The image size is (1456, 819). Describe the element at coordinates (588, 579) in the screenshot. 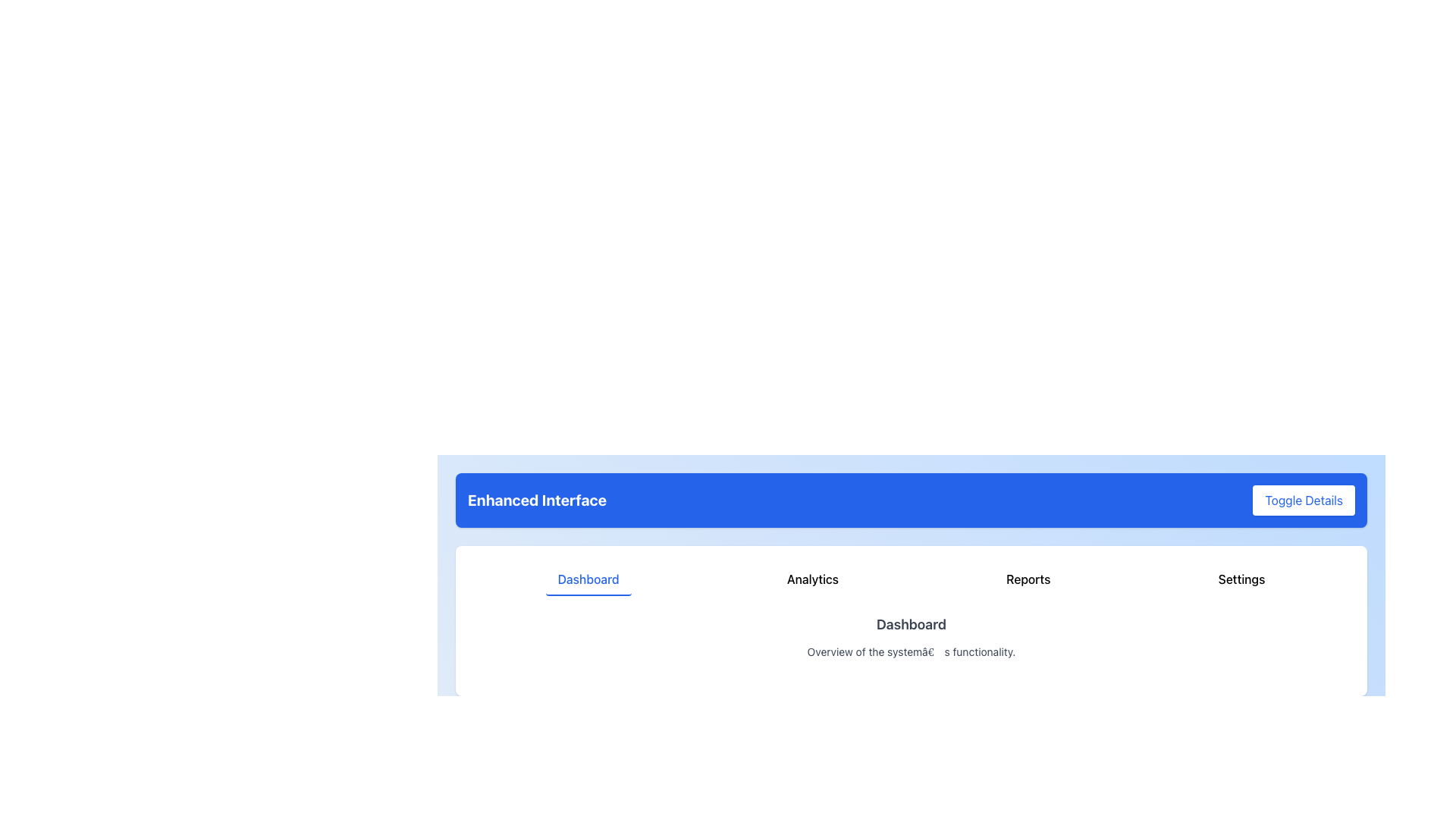

I see `the 'Dashboard' navigation button, which is a bold blue text label indicating the active selection in the navigation menu` at that location.